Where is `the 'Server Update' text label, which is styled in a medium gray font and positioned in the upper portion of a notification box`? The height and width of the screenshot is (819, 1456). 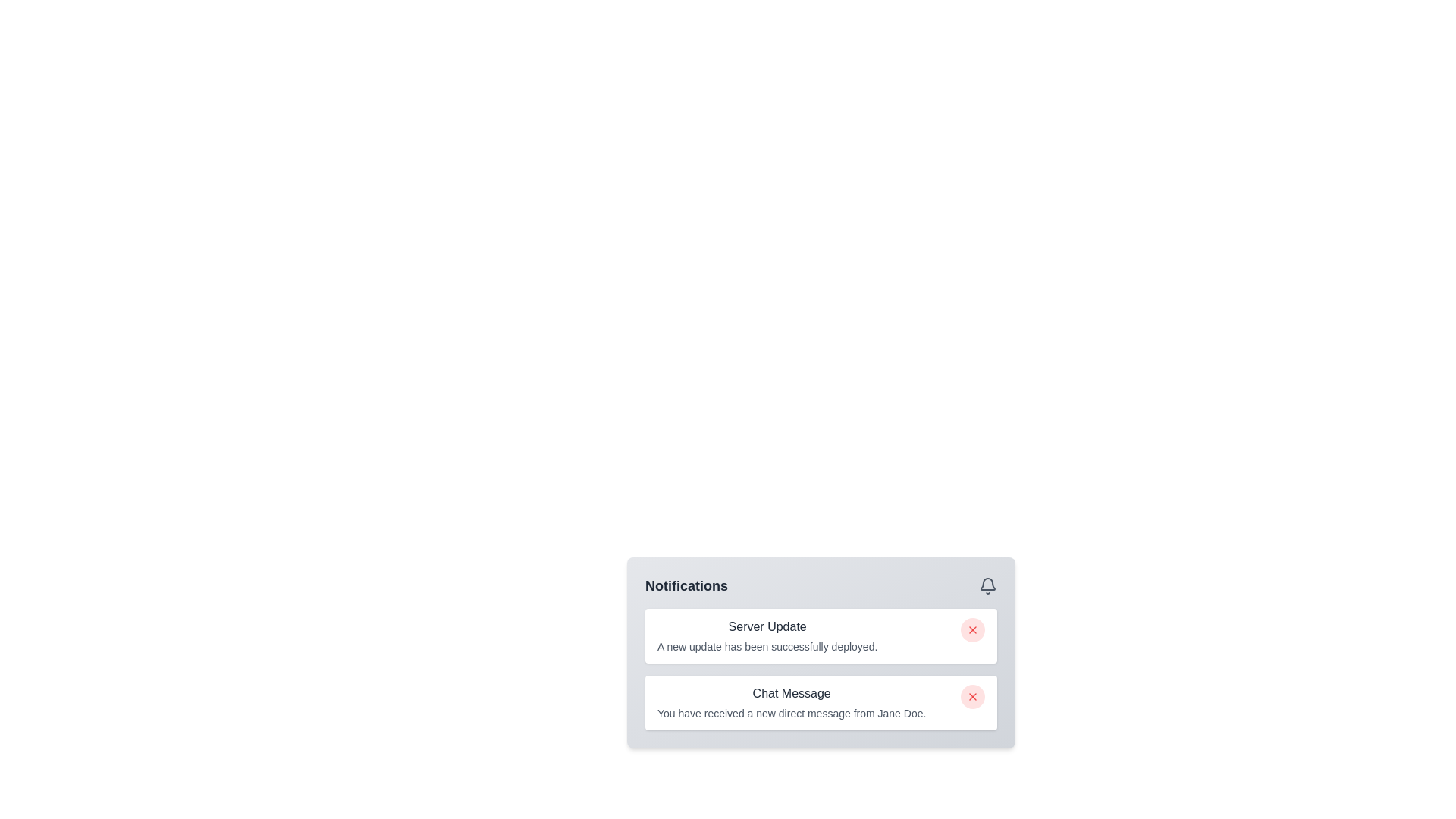
the 'Server Update' text label, which is styled in a medium gray font and positioned in the upper portion of a notification box is located at coordinates (767, 626).